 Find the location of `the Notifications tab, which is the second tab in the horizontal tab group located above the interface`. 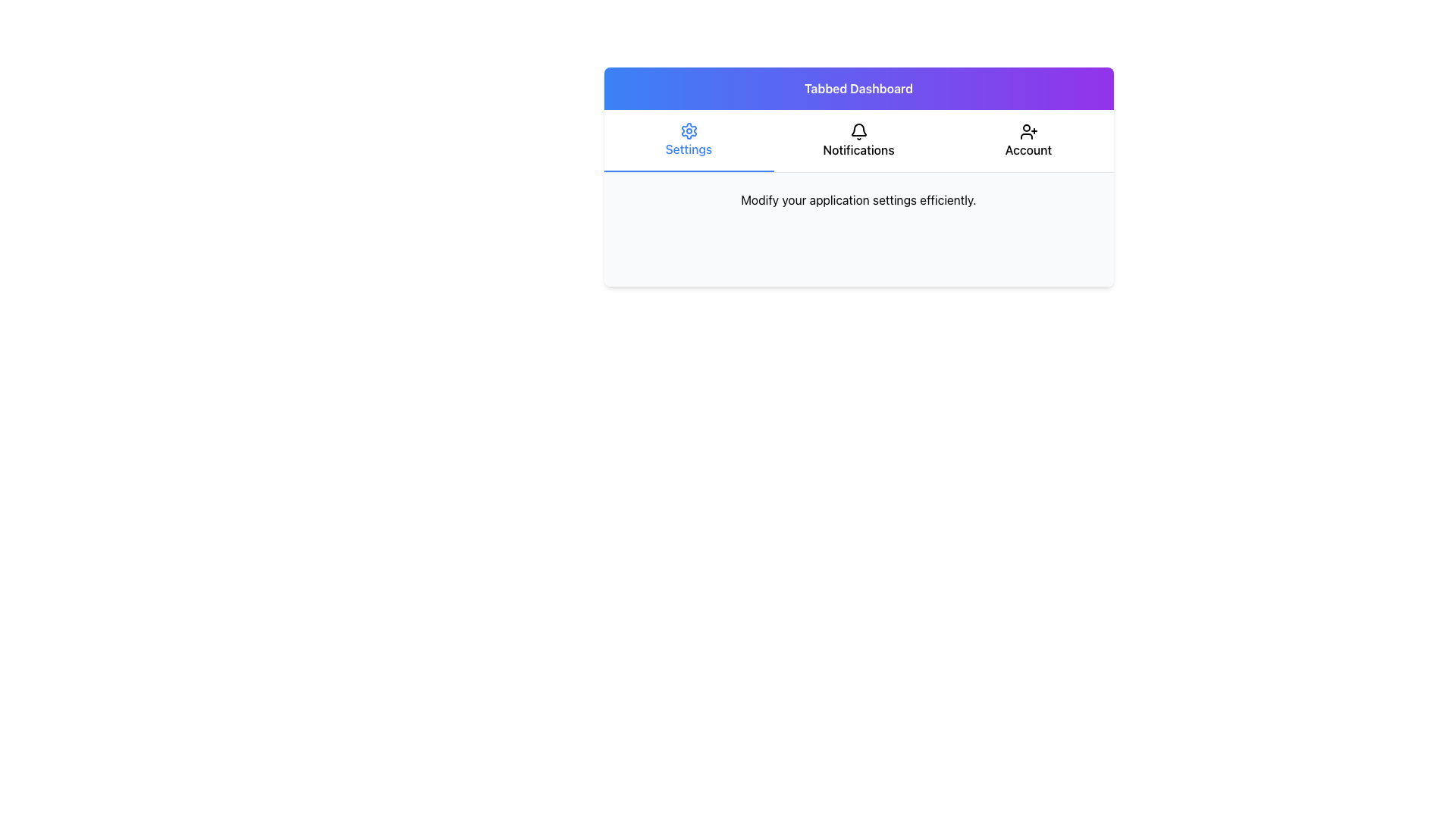

the Notifications tab, which is the second tab in the horizontal tab group located above the interface is located at coordinates (858, 140).